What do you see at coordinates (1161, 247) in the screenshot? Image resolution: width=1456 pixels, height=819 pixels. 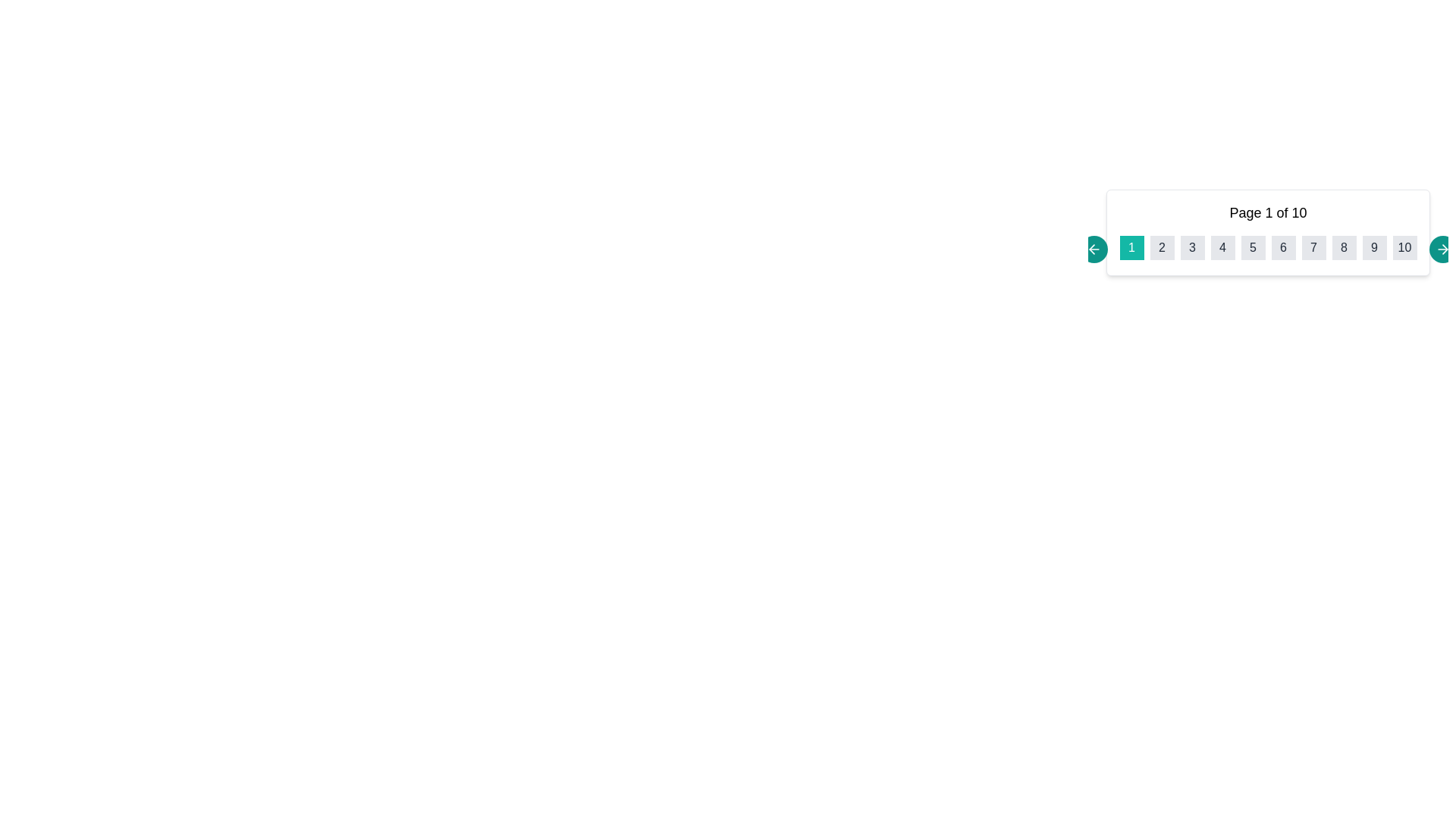 I see `the small square button with a gray background and the number '2' displayed in black font` at bounding box center [1161, 247].